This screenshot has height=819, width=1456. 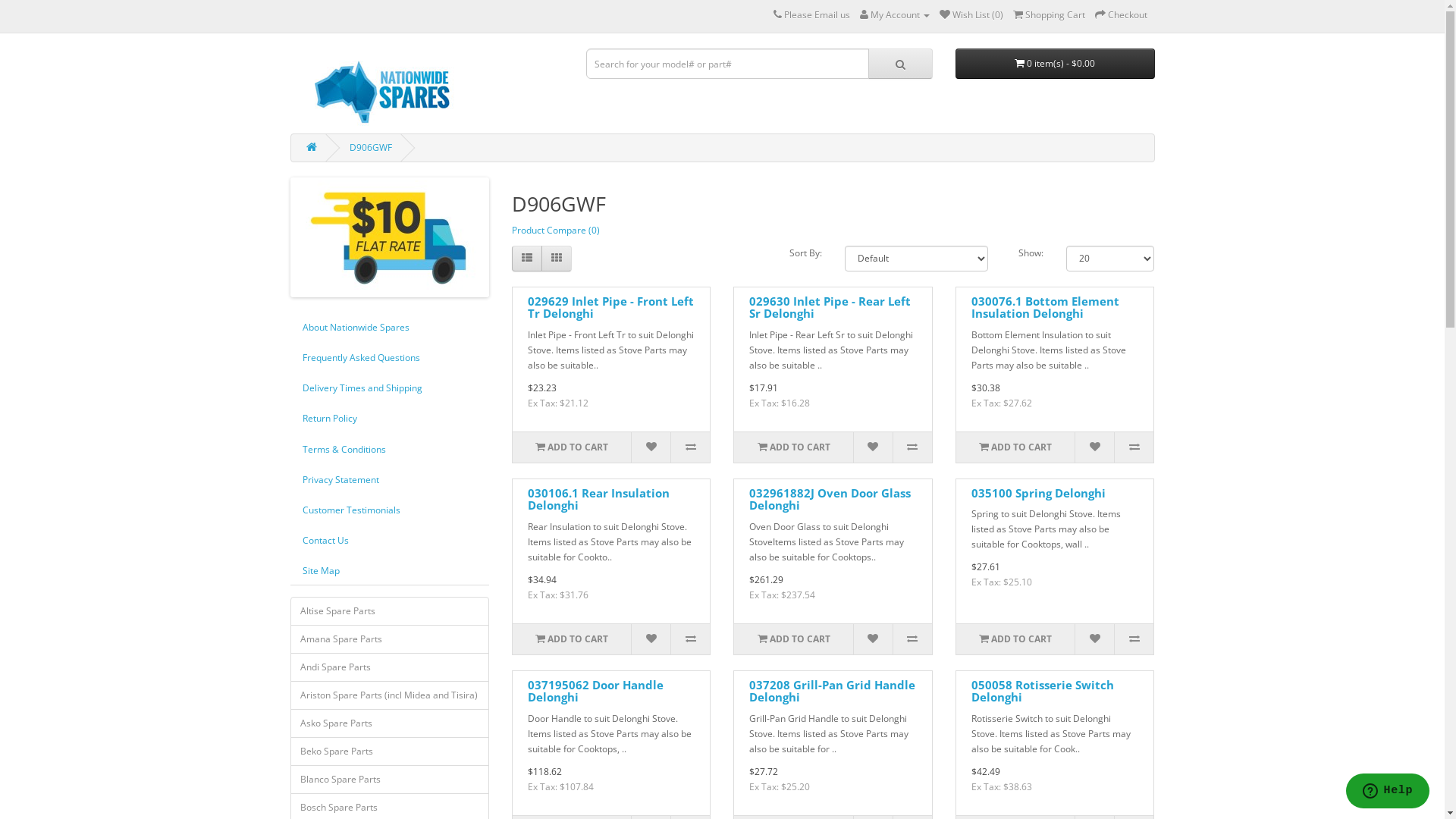 What do you see at coordinates (528, 307) in the screenshot?
I see `'029629 Inlet Pipe - Front Left Tr Delonghi'` at bounding box center [528, 307].